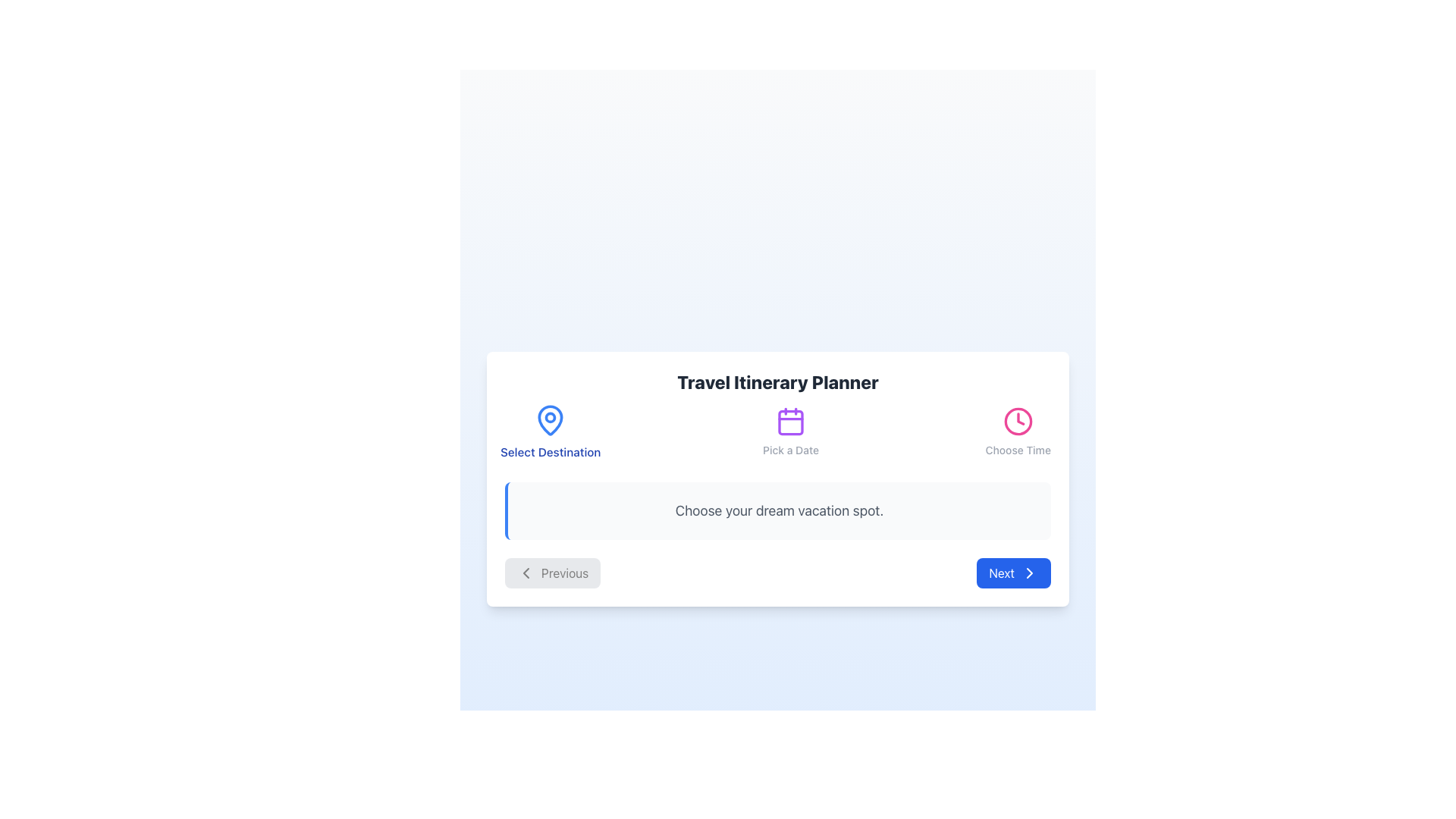 This screenshot has width=1456, height=819. What do you see at coordinates (1018, 421) in the screenshot?
I see `the 'time selection' icon located to the left of the text 'Choose Time' in the rightmost segment of the options` at bounding box center [1018, 421].